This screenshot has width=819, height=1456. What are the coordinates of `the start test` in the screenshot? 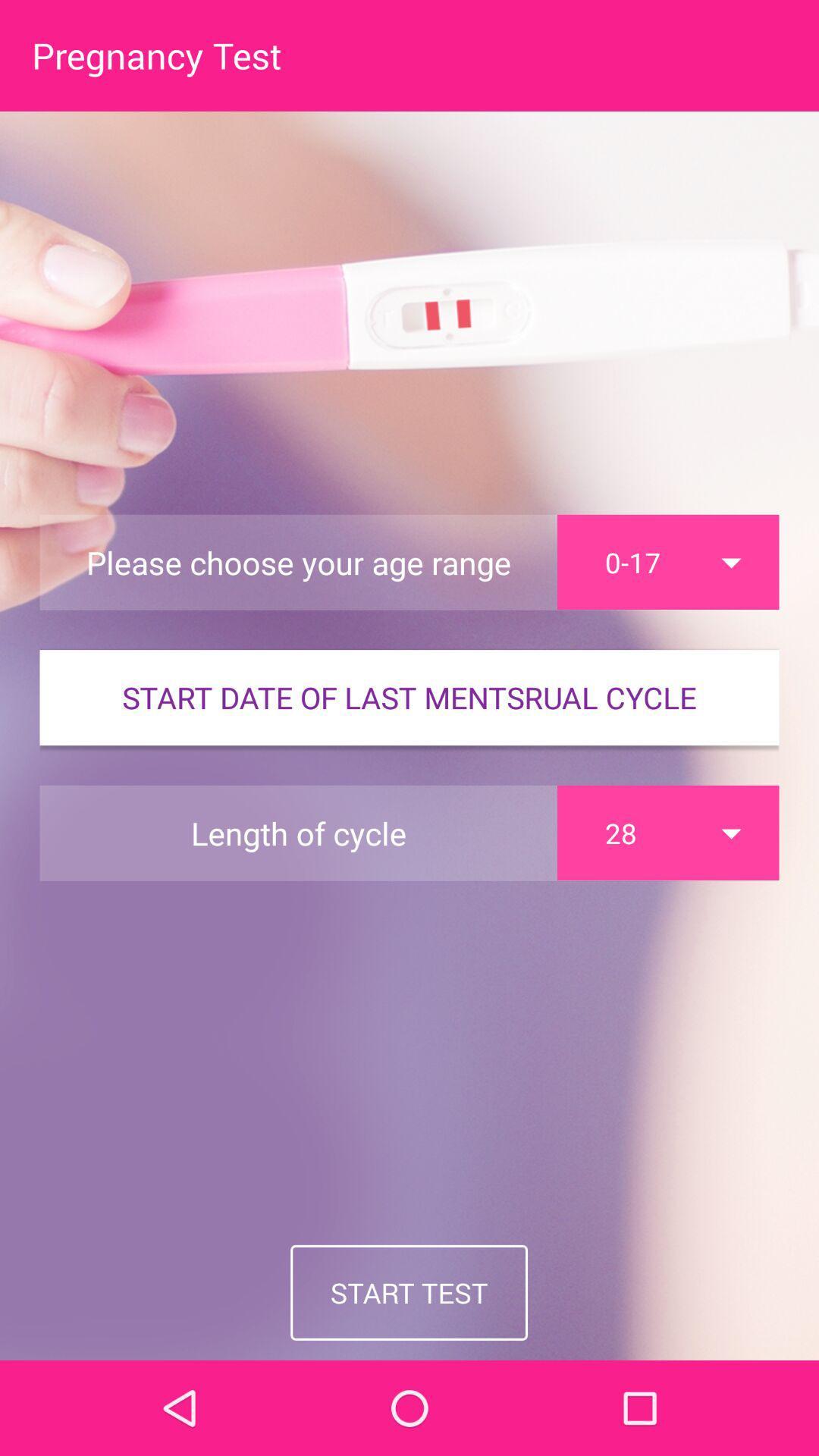 It's located at (408, 1291).